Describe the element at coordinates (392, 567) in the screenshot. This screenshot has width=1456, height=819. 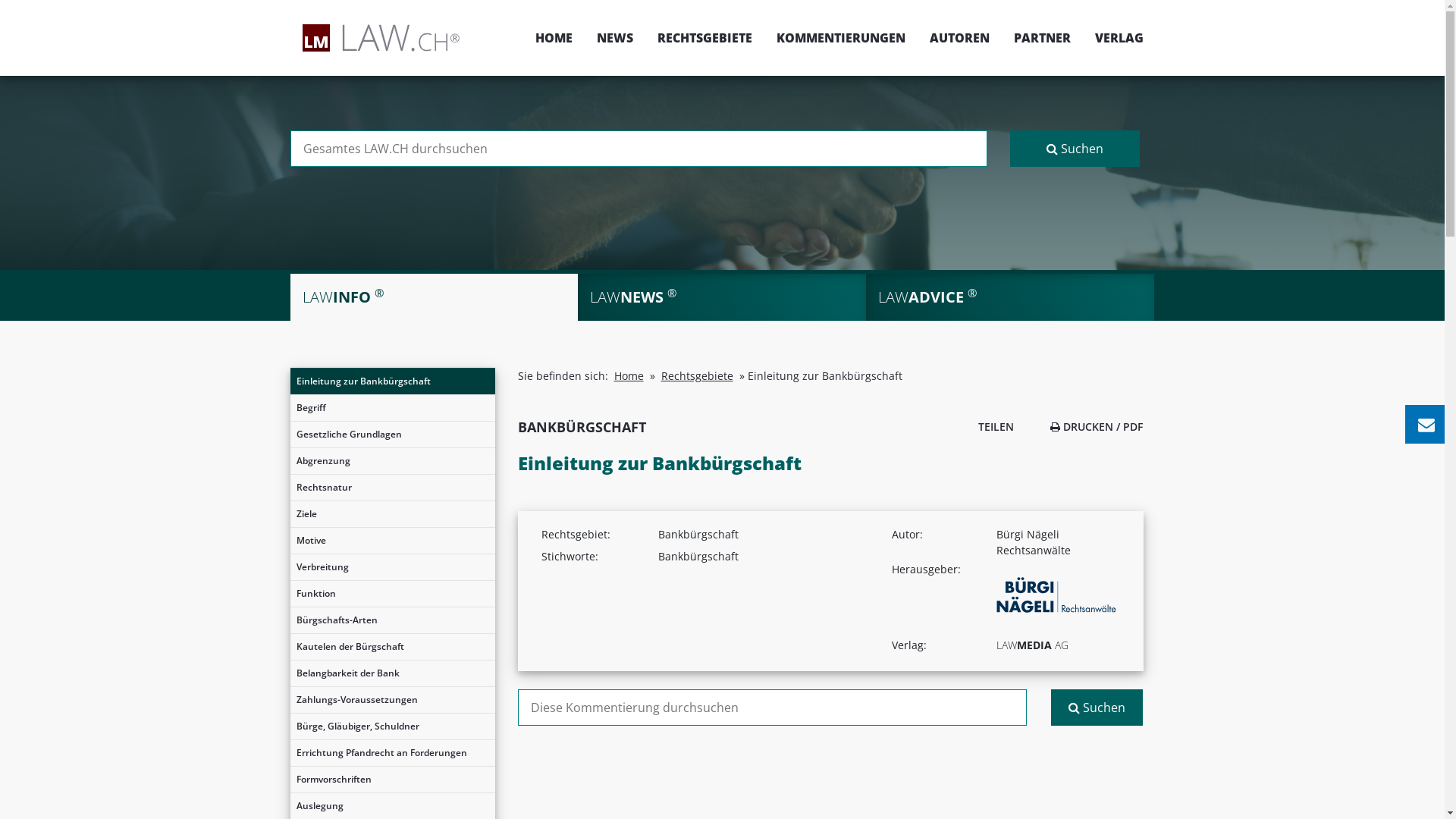
I see `'Verbreitung'` at that location.